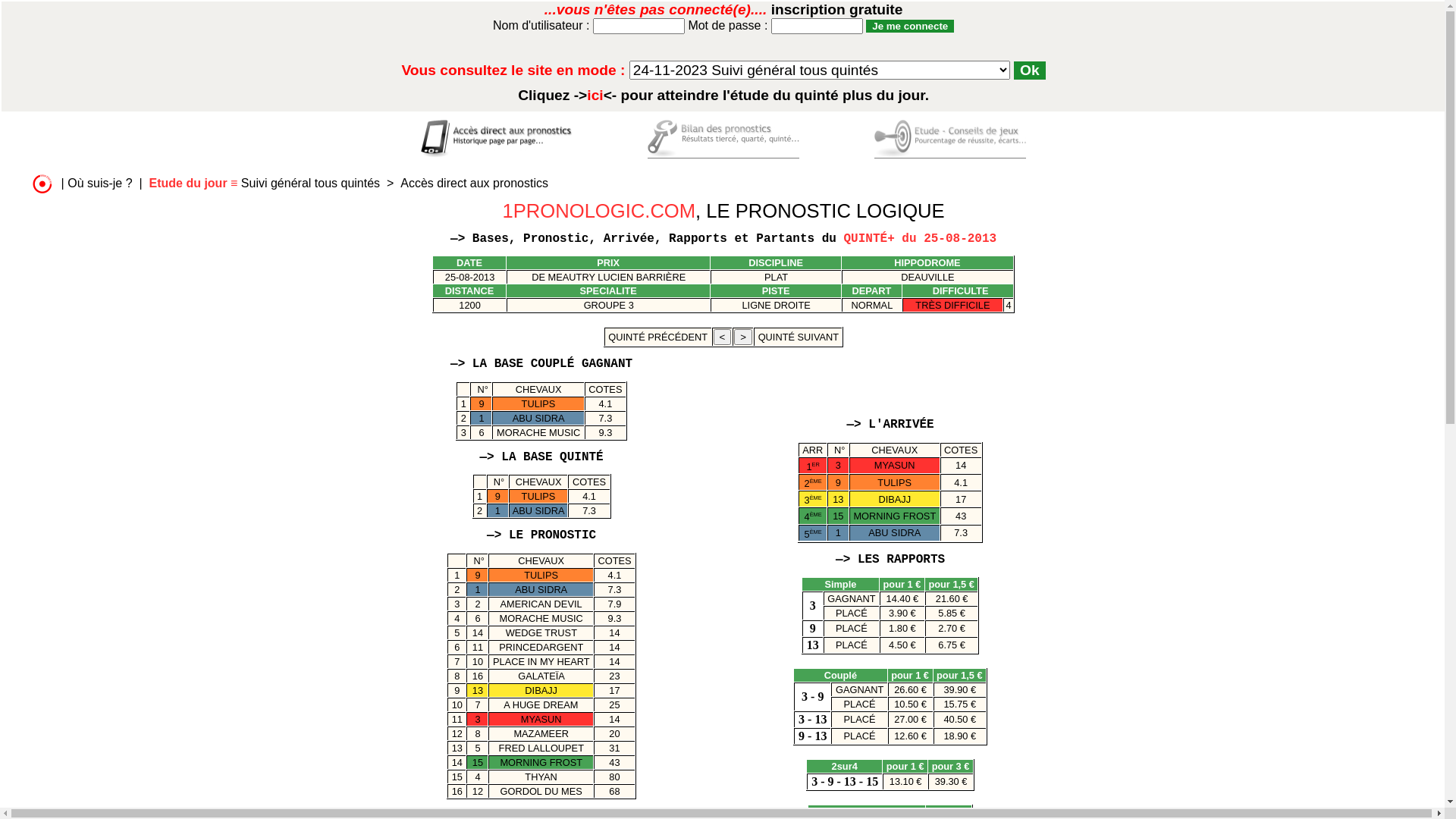 Image resolution: width=1456 pixels, height=819 pixels. I want to click on 'inscription gratuite', so click(836, 9).